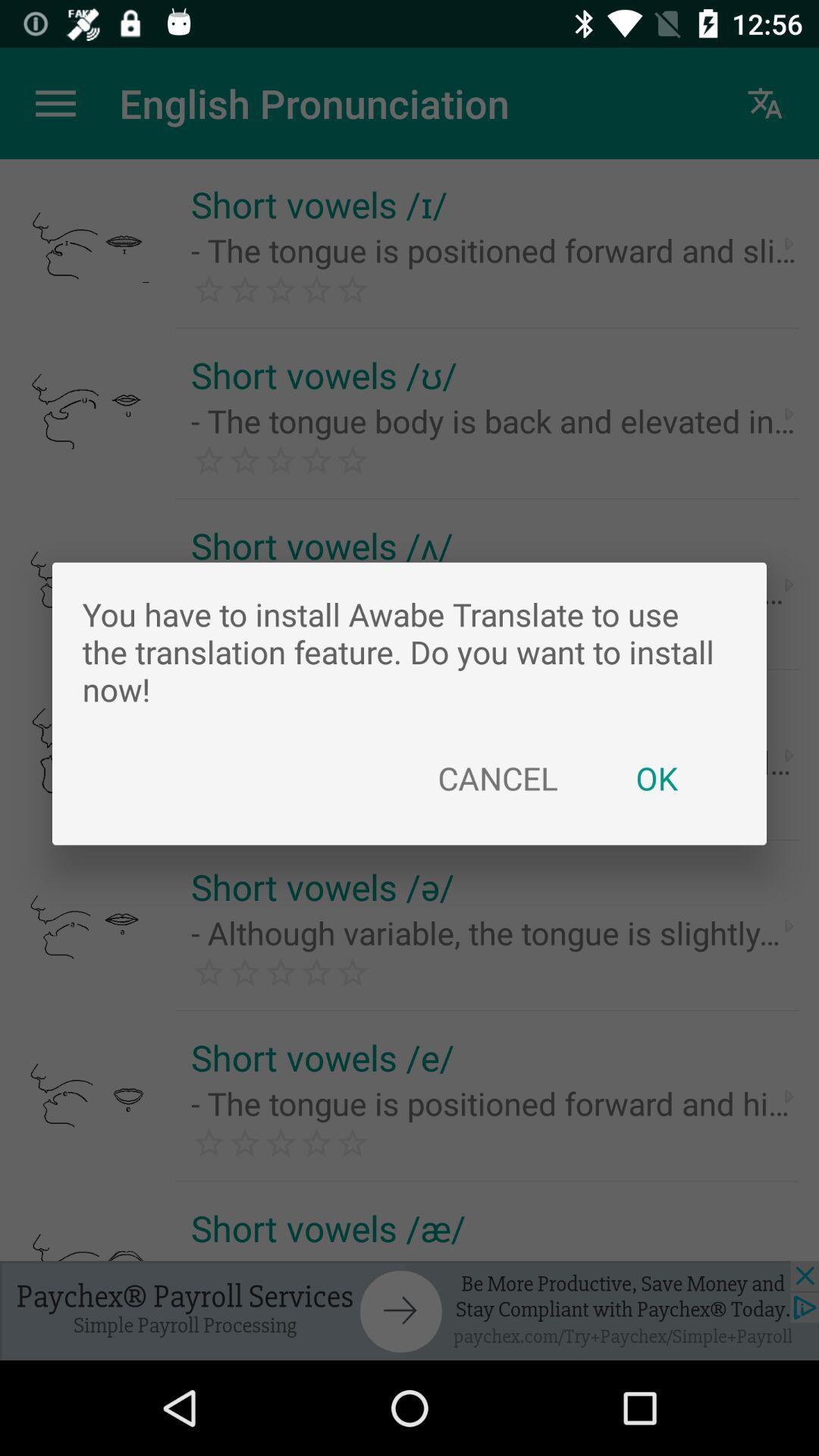 Image resolution: width=819 pixels, height=1456 pixels. What do you see at coordinates (789, 414) in the screenshot?
I see `the arrow button in the second row right corner` at bounding box center [789, 414].